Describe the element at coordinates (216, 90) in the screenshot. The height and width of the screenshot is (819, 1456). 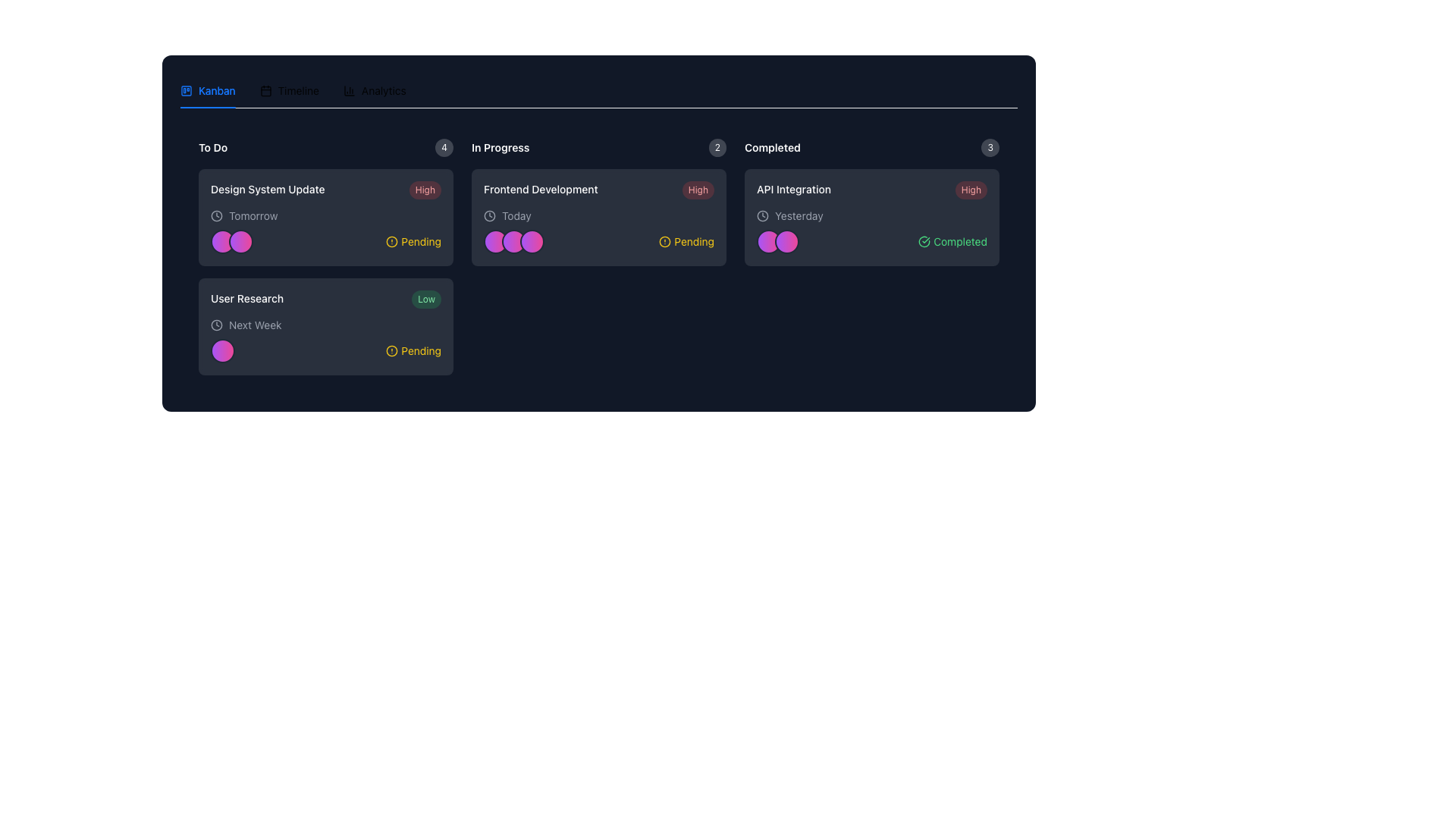
I see `the 'Kanban' navigation link in the upper-left corner of the interface` at that location.